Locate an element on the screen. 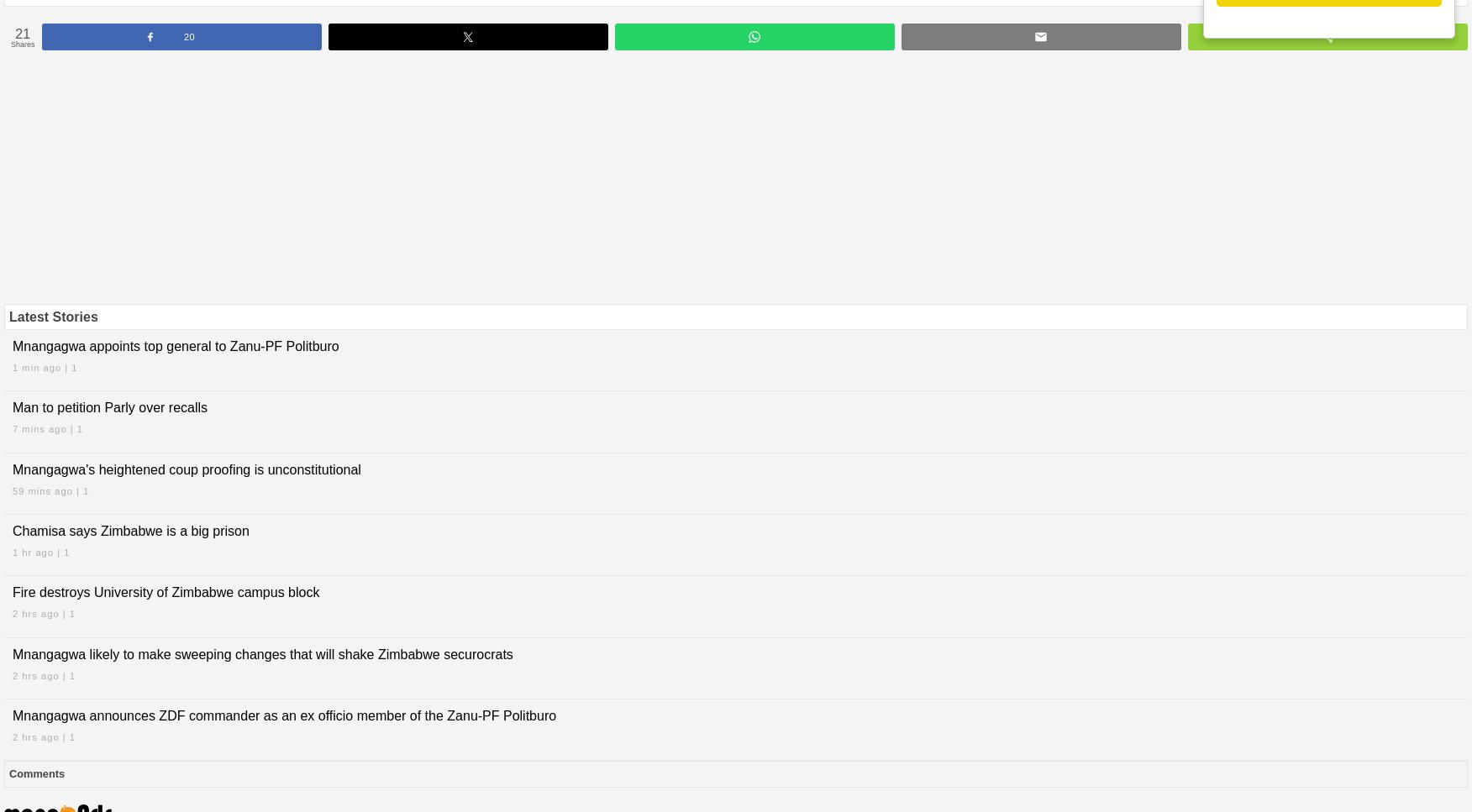  'Mnangagwa's heightened coup proofing is unconstitutional' is located at coordinates (185, 469).